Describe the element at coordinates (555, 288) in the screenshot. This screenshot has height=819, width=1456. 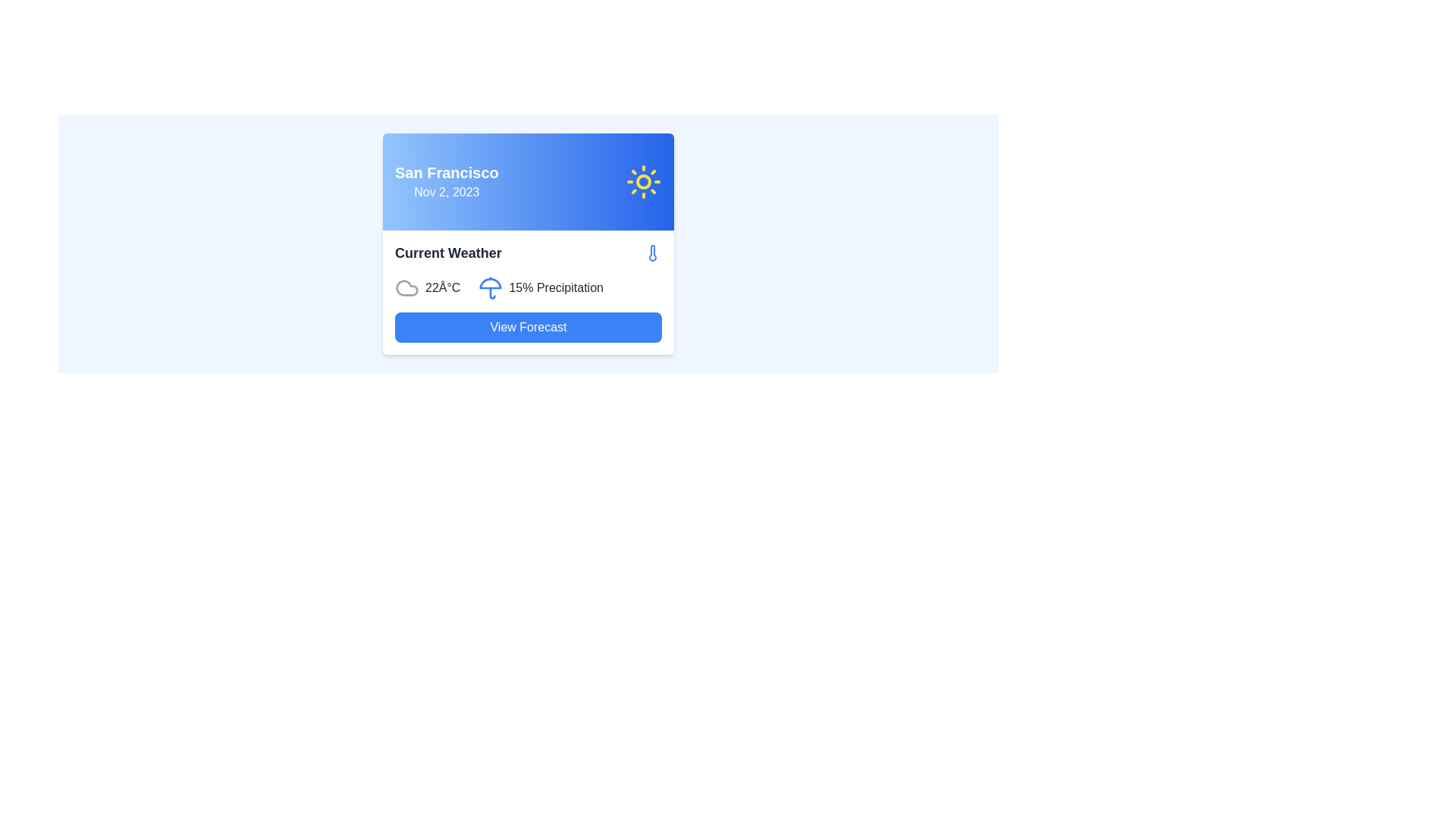
I see `the text label displaying '15% Precipitation' in gray color, positioned to the right of a blue umbrella icon, located centrally under the 'Current Weather' title` at that location.